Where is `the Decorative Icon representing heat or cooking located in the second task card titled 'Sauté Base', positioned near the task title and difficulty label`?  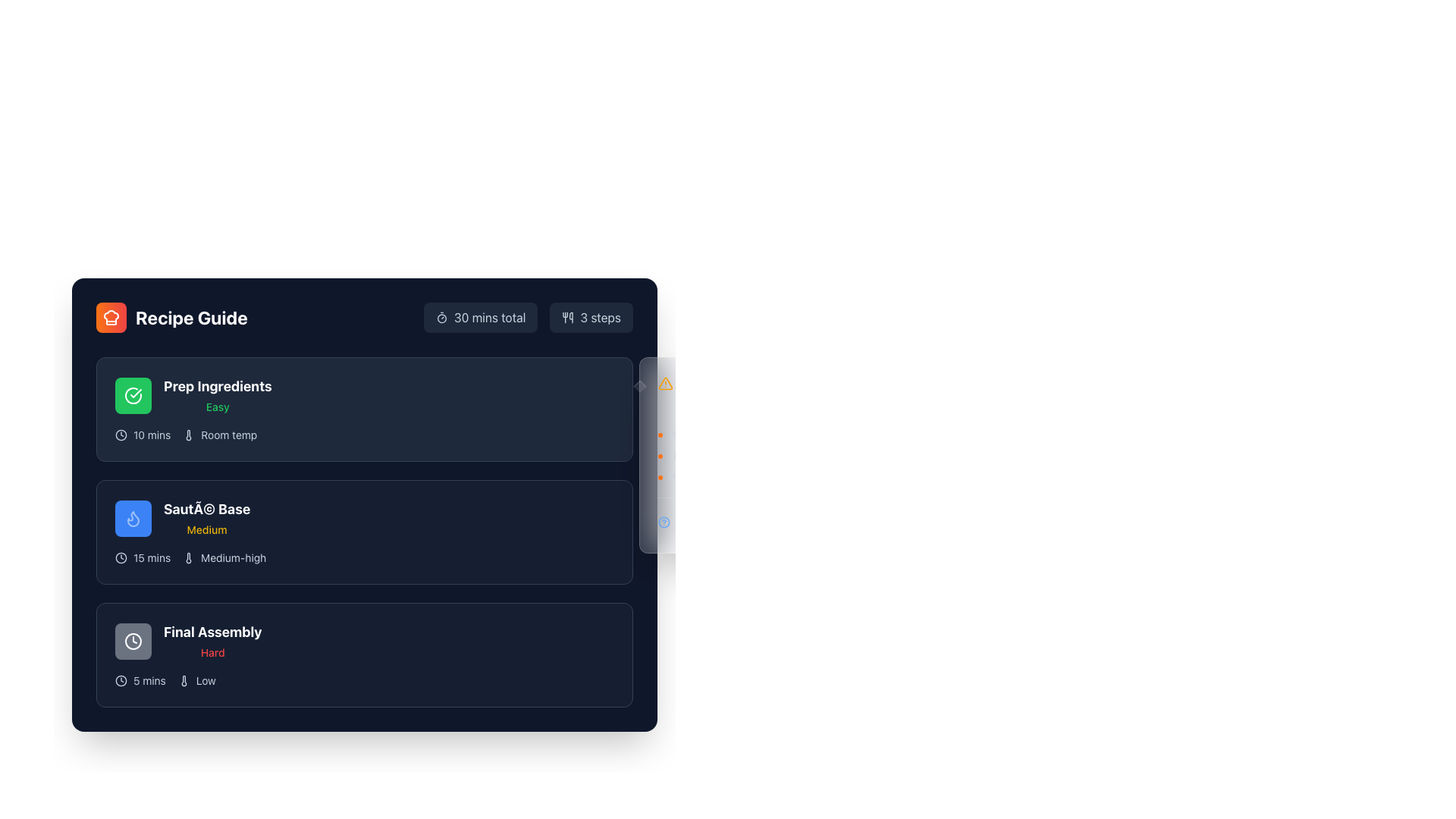
the Decorative Icon representing heat or cooking located in the second task card titled 'Sauté Base', positioned near the task title and difficulty label is located at coordinates (133, 517).